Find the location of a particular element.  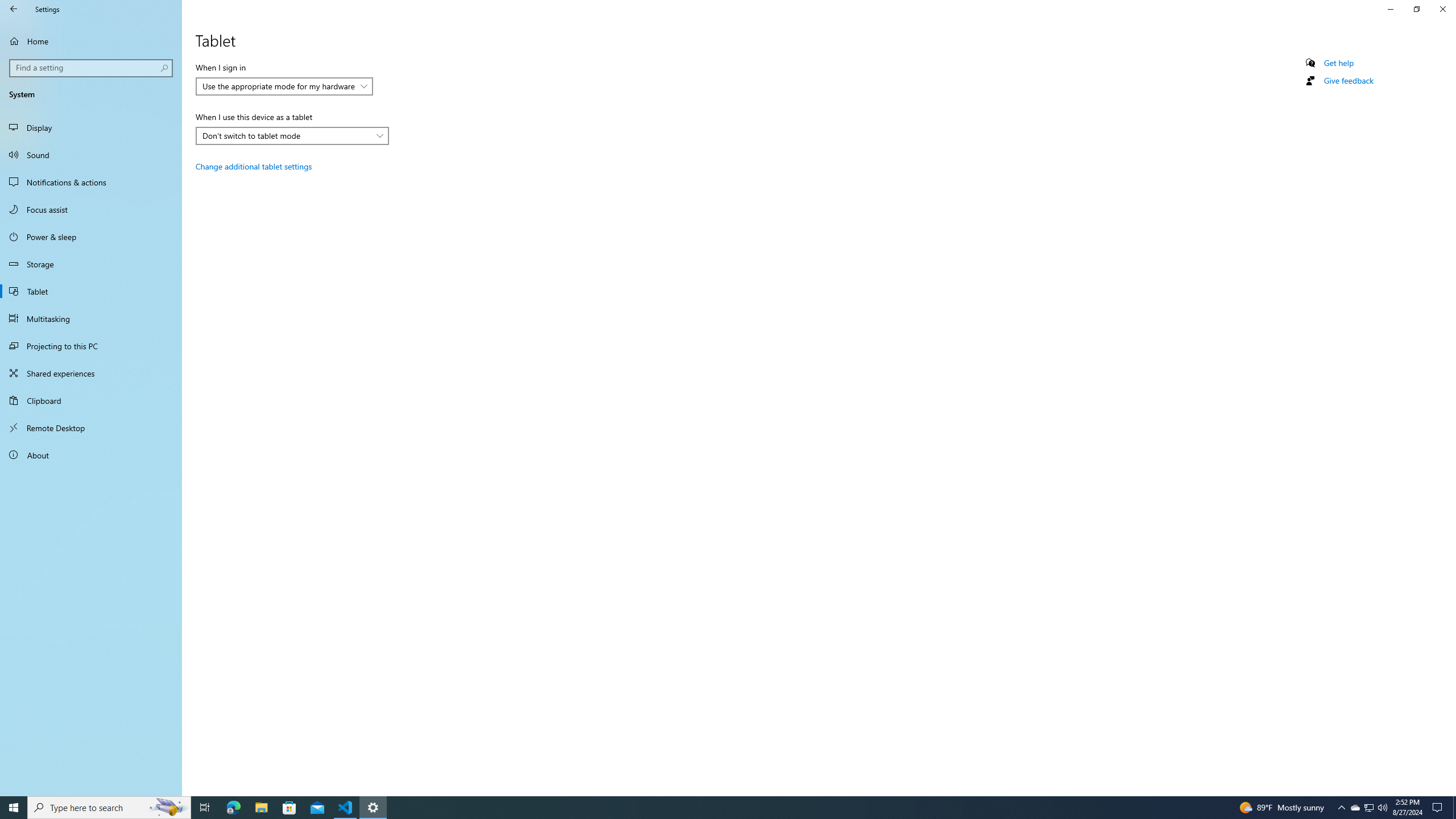

'Display' is located at coordinates (90, 126).